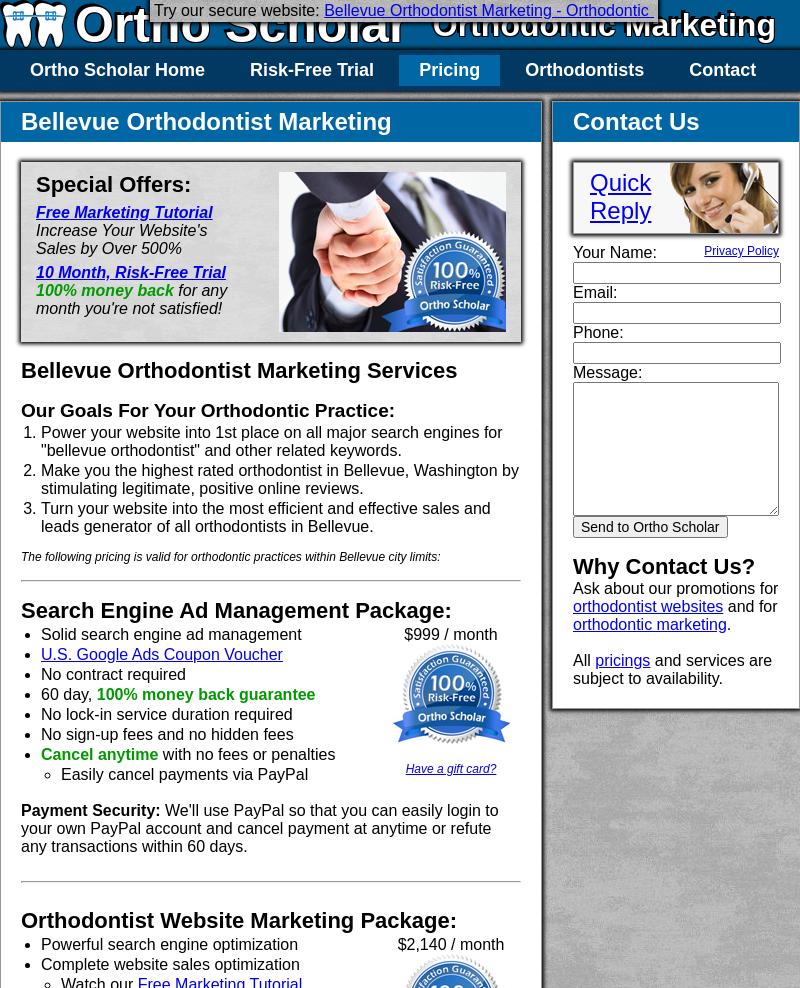  What do you see at coordinates (120, 230) in the screenshot?
I see `'Increase Your Website's'` at bounding box center [120, 230].